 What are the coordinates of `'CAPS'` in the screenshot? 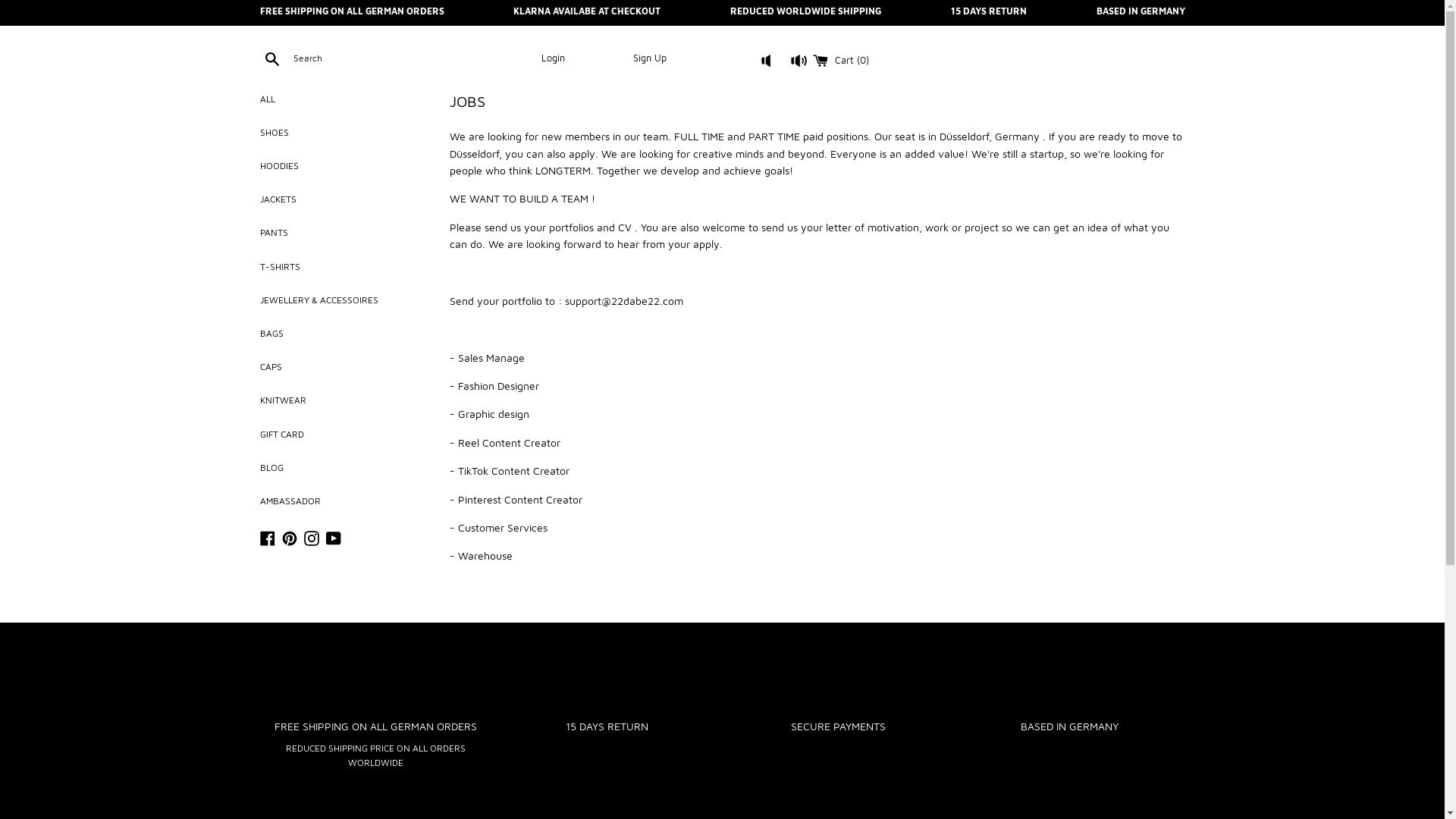 It's located at (341, 366).